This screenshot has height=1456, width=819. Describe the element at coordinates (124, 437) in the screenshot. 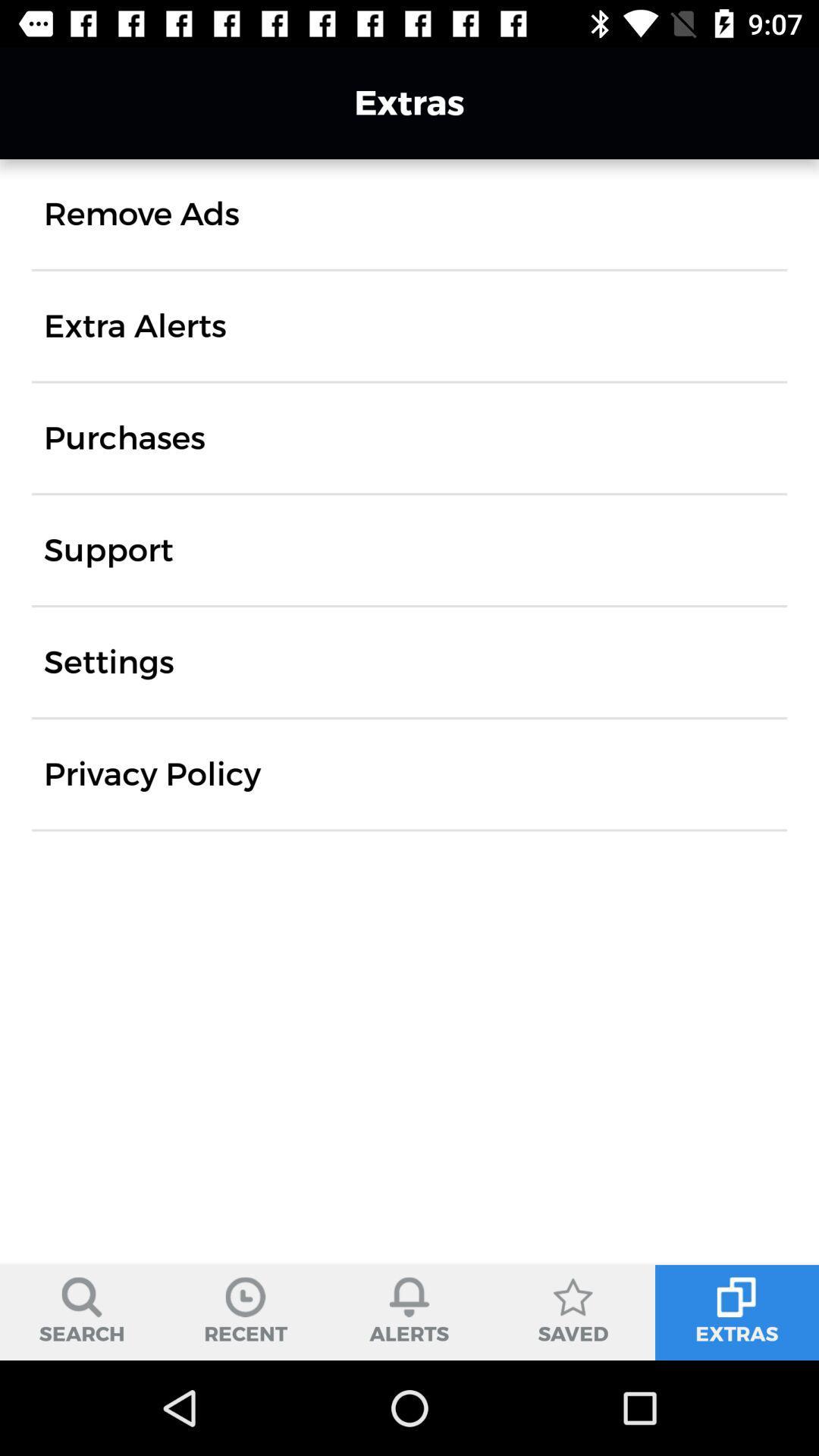

I see `purchases icon` at that location.